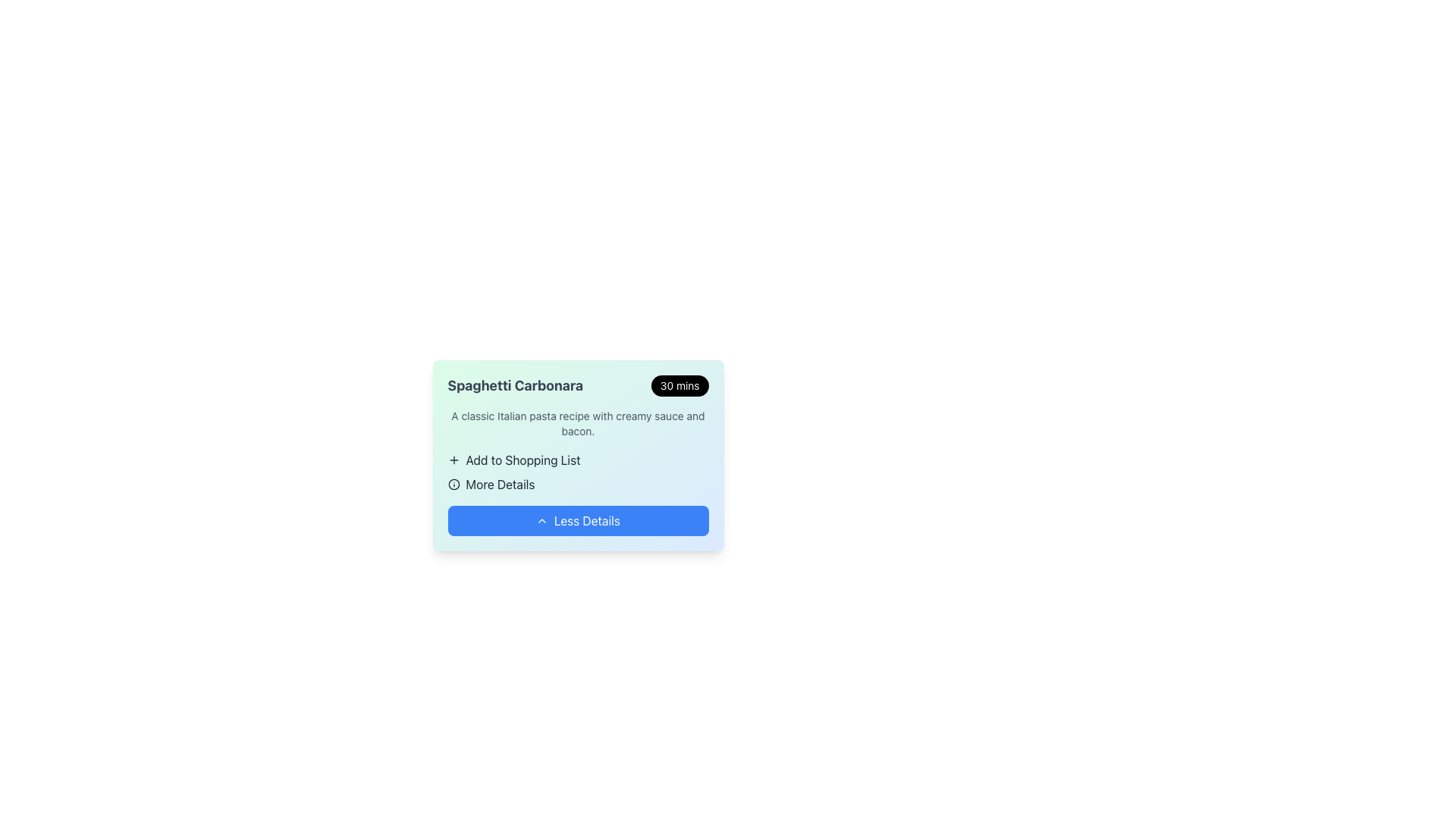 The image size is (1456, 819). What do you see at coordinates (453, 485) in the screenshot?
I see `the informational indicator icon located in the 'More Details' section, positioned to the left of the text 'More Details', using keyboard navigation` at bounding box center [453, 485].